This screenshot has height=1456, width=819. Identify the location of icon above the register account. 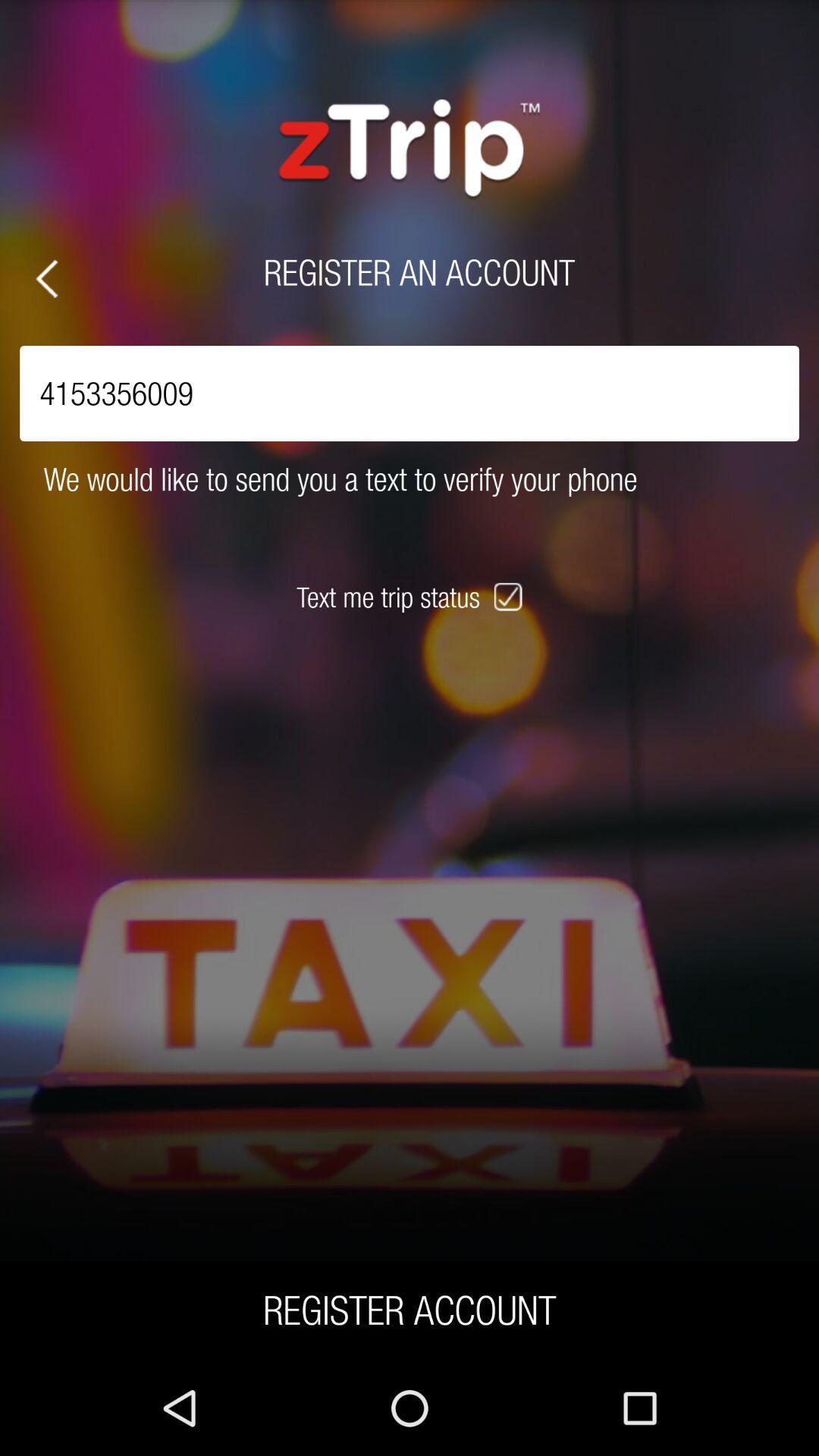
(510, 596).